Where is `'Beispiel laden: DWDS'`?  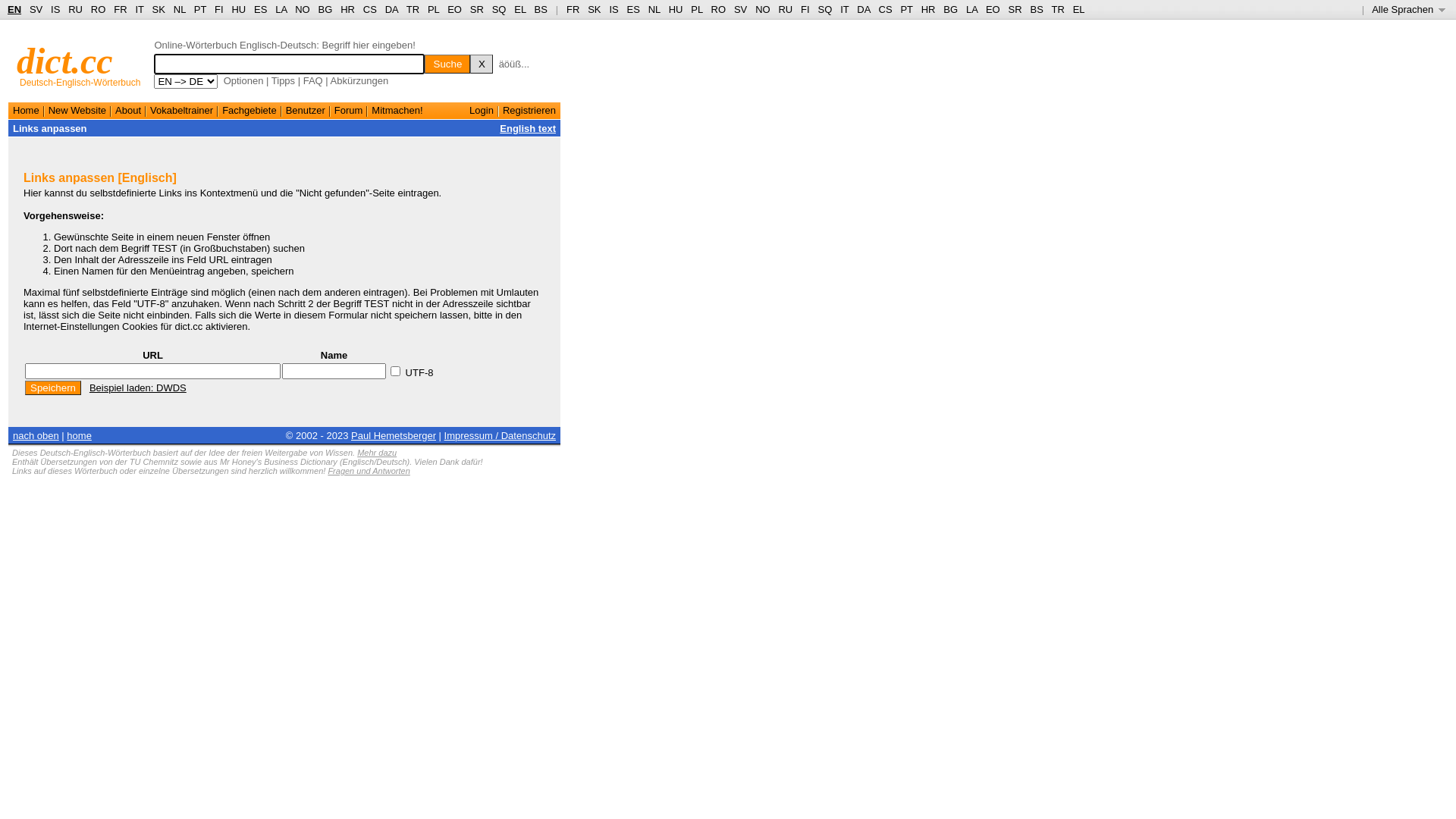 'Beispiel laden: DWDS' is located at coordinates (138, 387).